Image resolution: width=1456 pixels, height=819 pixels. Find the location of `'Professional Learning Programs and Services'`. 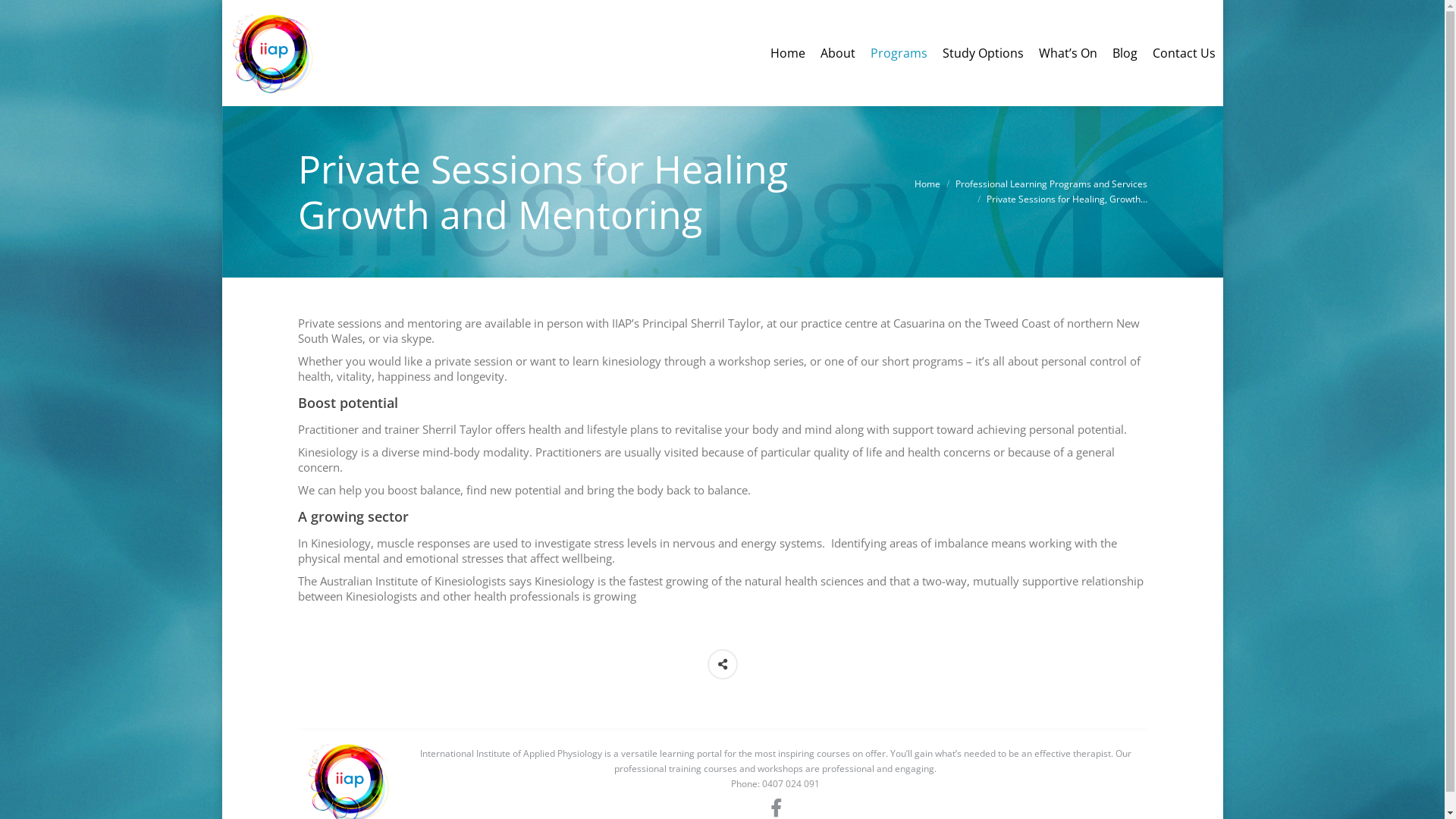

'Professional Learning Programs and Services' is located at coordinates (1050, 183).